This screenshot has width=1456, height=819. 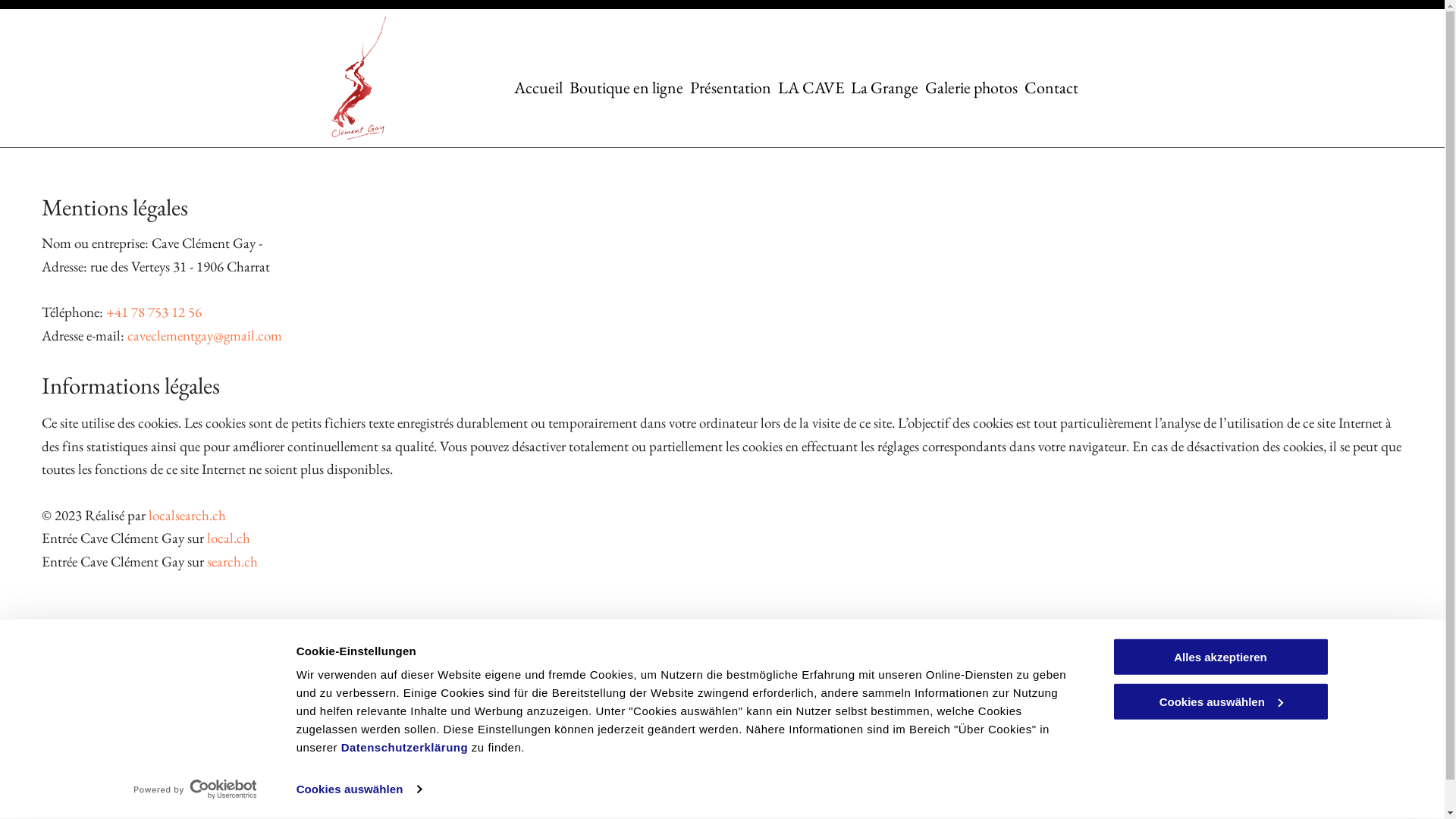 What do you see at coordinates (105, 311) in the screenshot?
I see `'+41 78 753 12 56'` at bounding box center [105, 311].